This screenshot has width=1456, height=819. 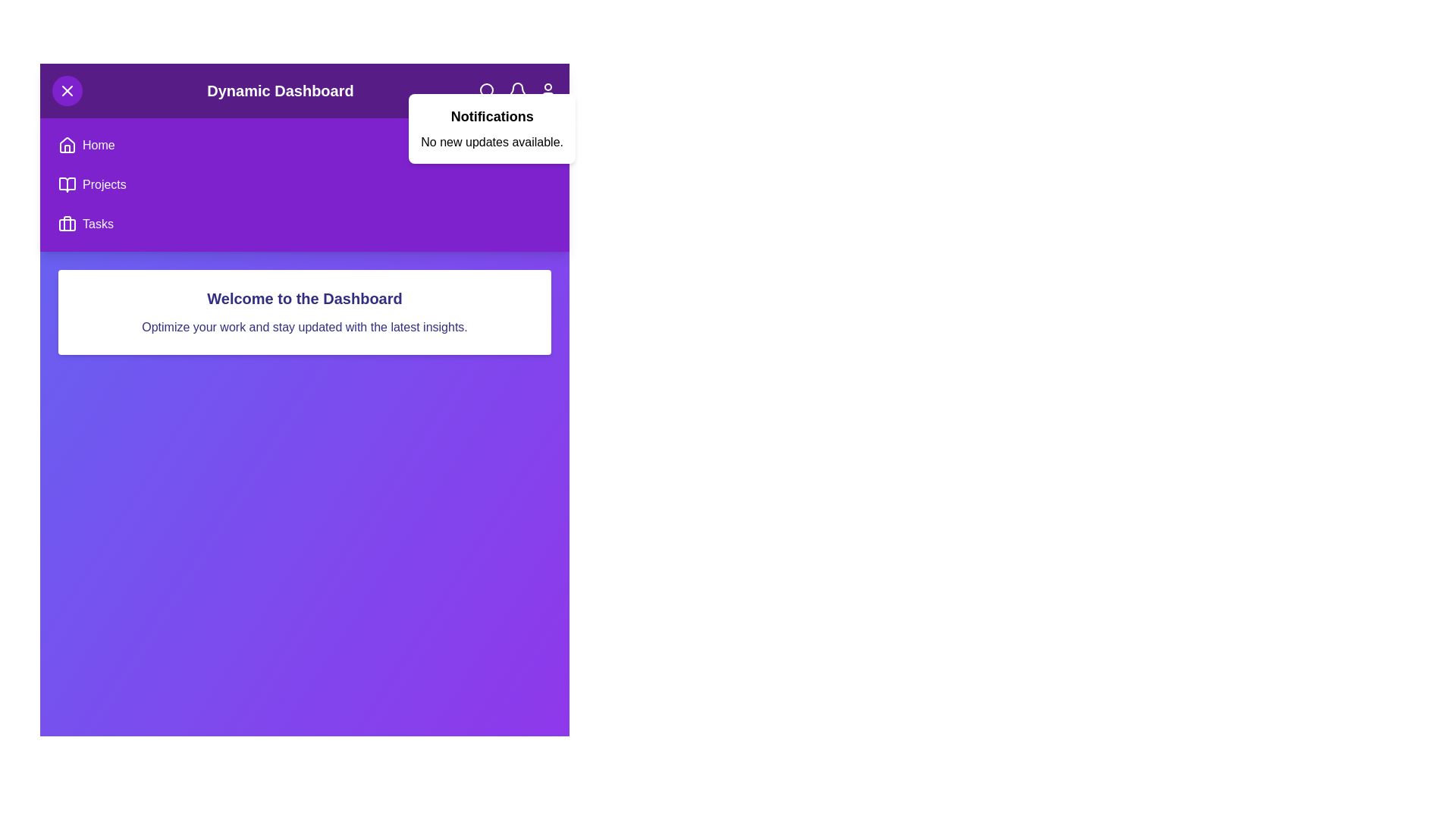 What do you see at coordinates (97, 146) in the screenshot?
I see `the Home link in the menu` at bounding box center [97, 146].